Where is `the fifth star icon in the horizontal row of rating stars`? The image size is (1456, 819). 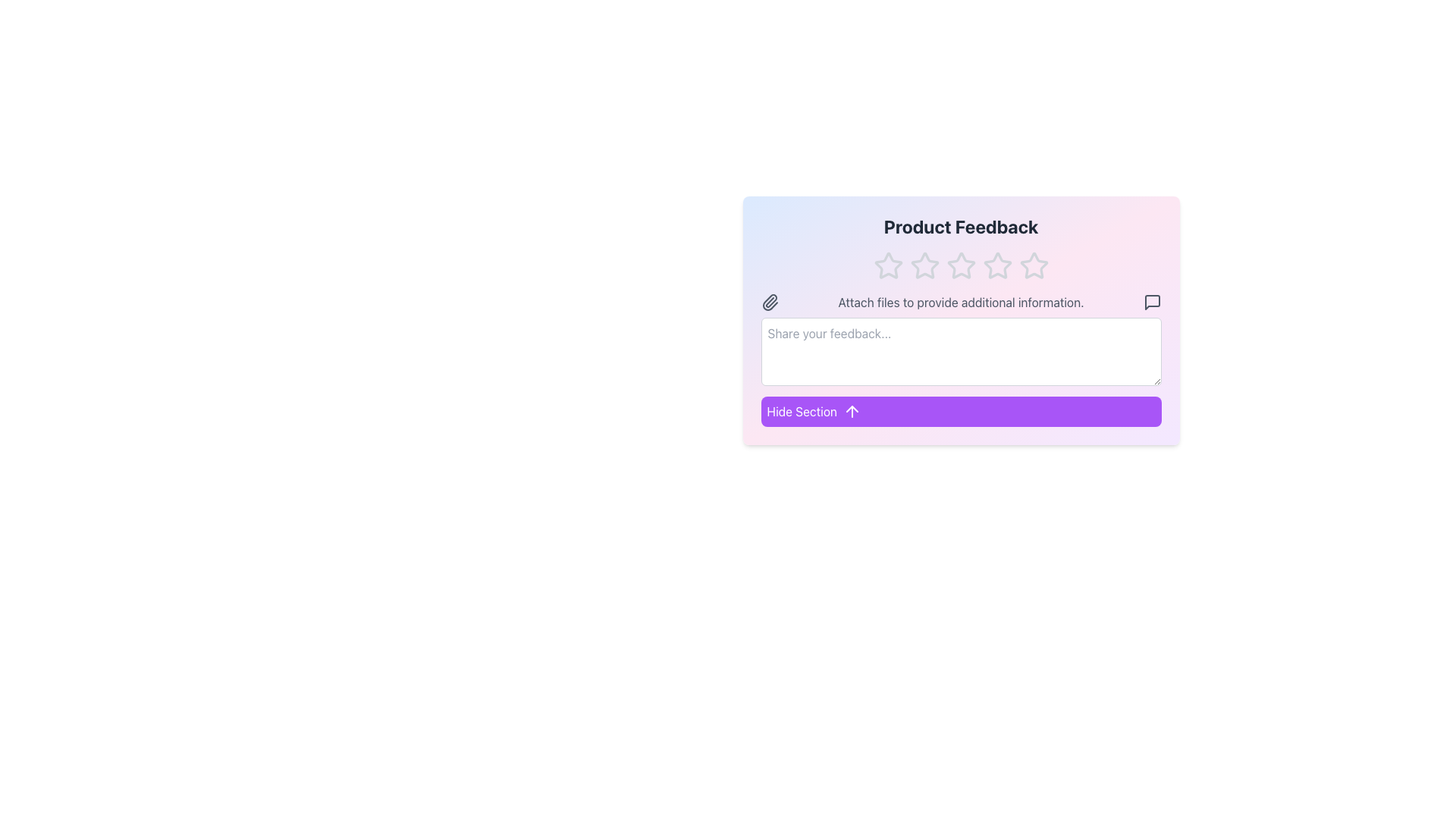 the fifth star icon in the horizontal row of rating stars is located at coordinates (1033, 265).